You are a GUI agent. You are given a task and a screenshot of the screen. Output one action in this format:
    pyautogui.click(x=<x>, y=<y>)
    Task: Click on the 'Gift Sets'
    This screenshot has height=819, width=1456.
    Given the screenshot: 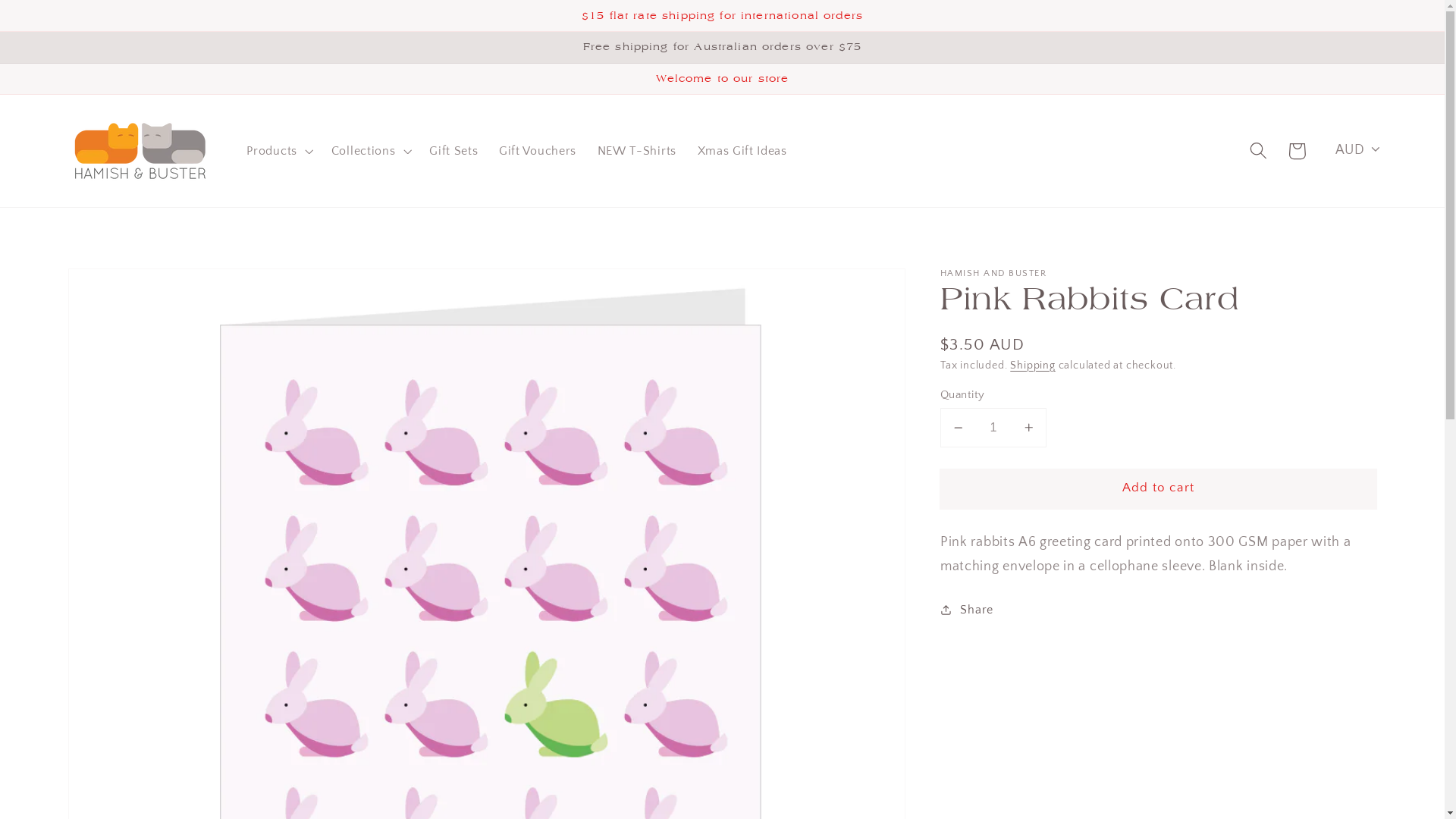 What is the action you would take?
    pyautogui.click(x=419, y=151)
    